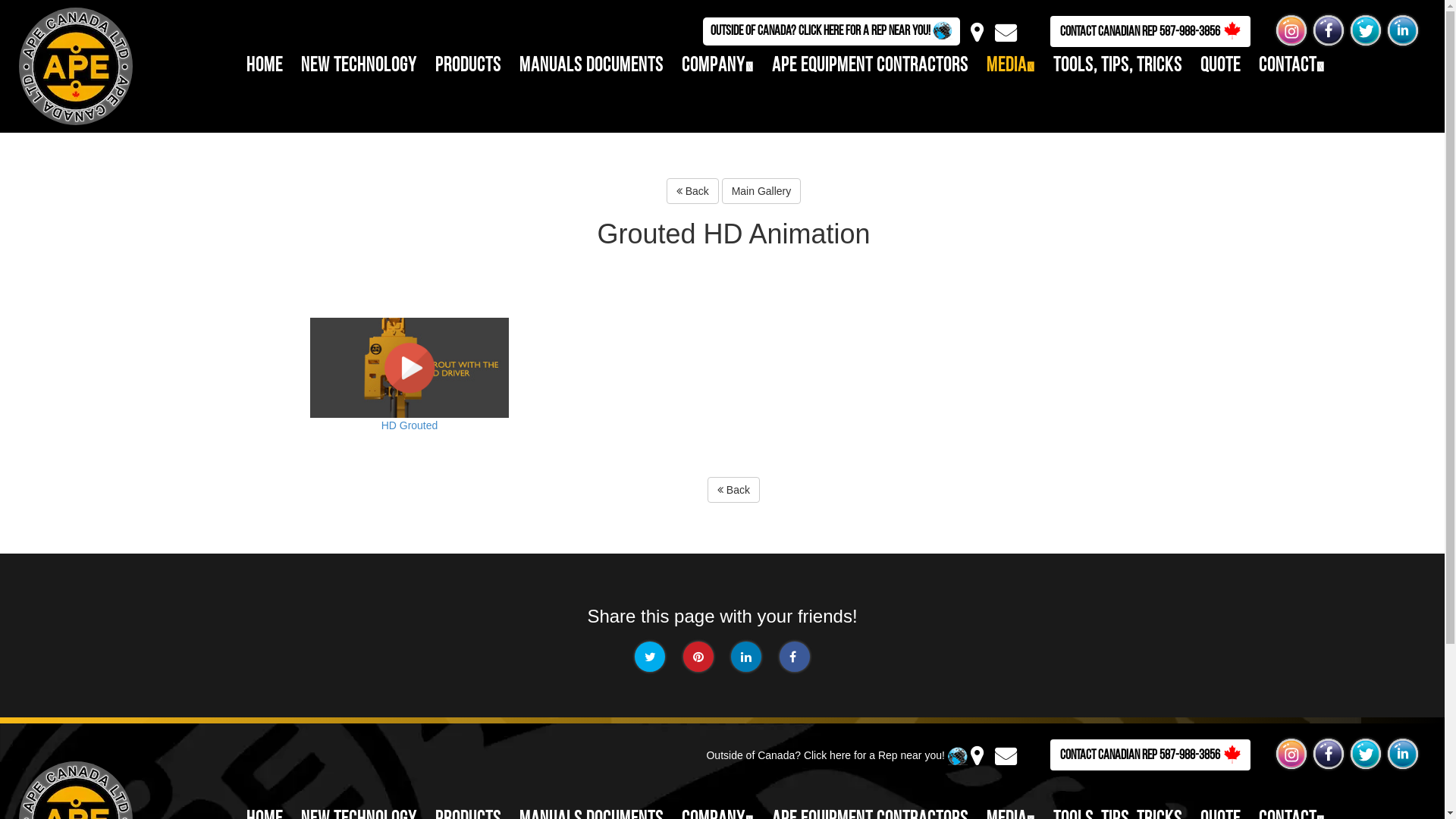 The image size is (1456, 819). What do you see at coordinates (733, 489) in the screenshot?
I see `'Back'` at bounding box center [733, 489].